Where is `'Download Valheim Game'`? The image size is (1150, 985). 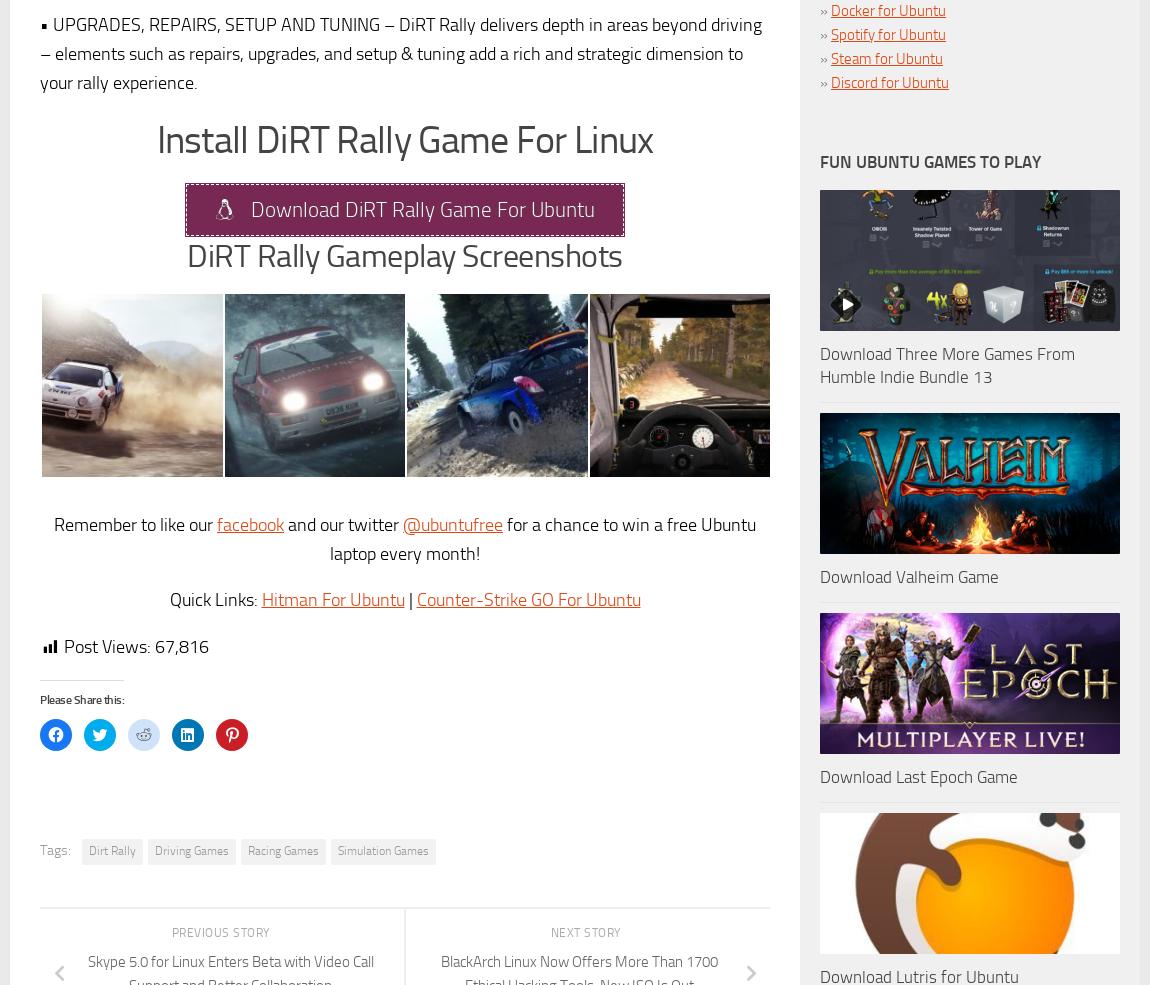 'Download Valheim Game' is located at coordinates (909, 577).